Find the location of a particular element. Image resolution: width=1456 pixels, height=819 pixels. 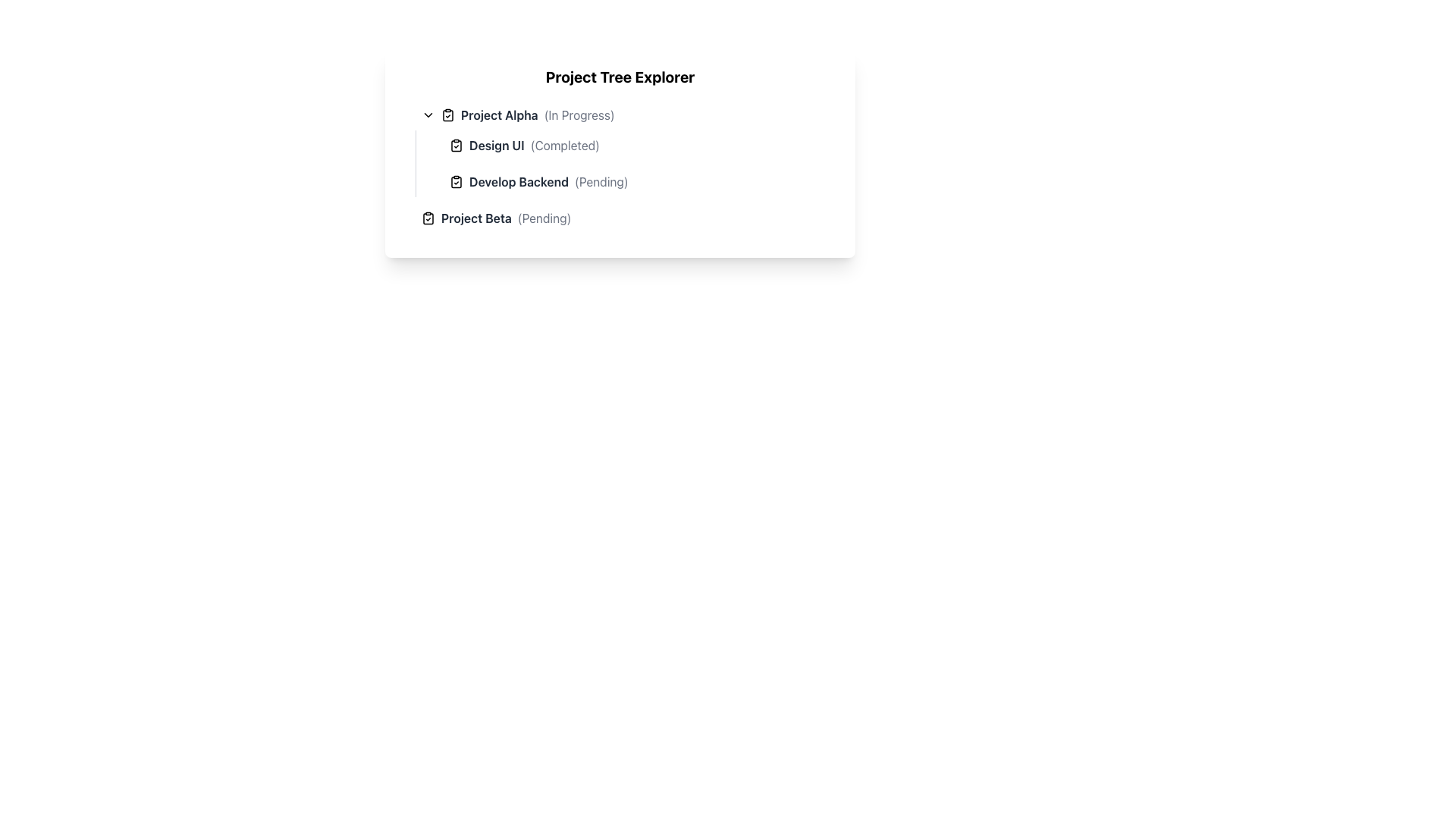

the small clipboard-shaped icon located next to the text 'Project Beta (Pending)' in the 'Project Tree Explorer' is located at coordinates (428, 218).